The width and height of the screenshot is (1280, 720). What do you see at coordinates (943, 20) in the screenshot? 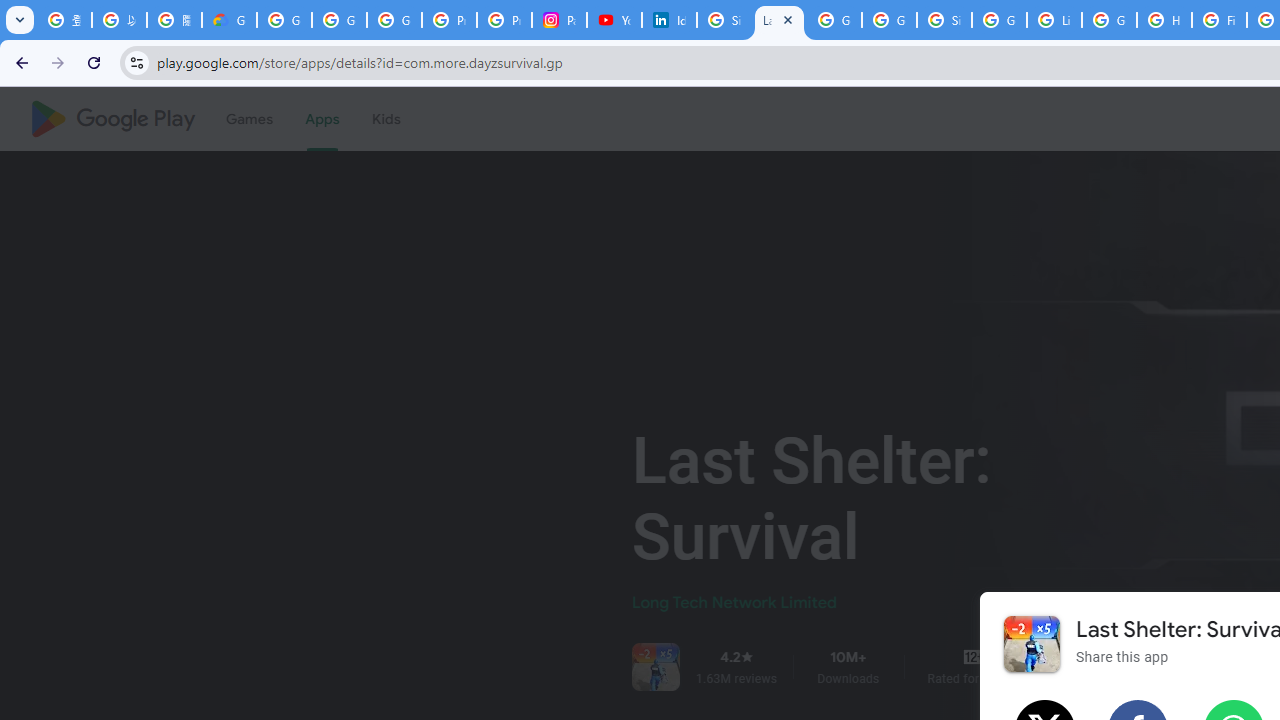
I see `'Sign in - Google Accounts'` at bounding box center [943, 20].